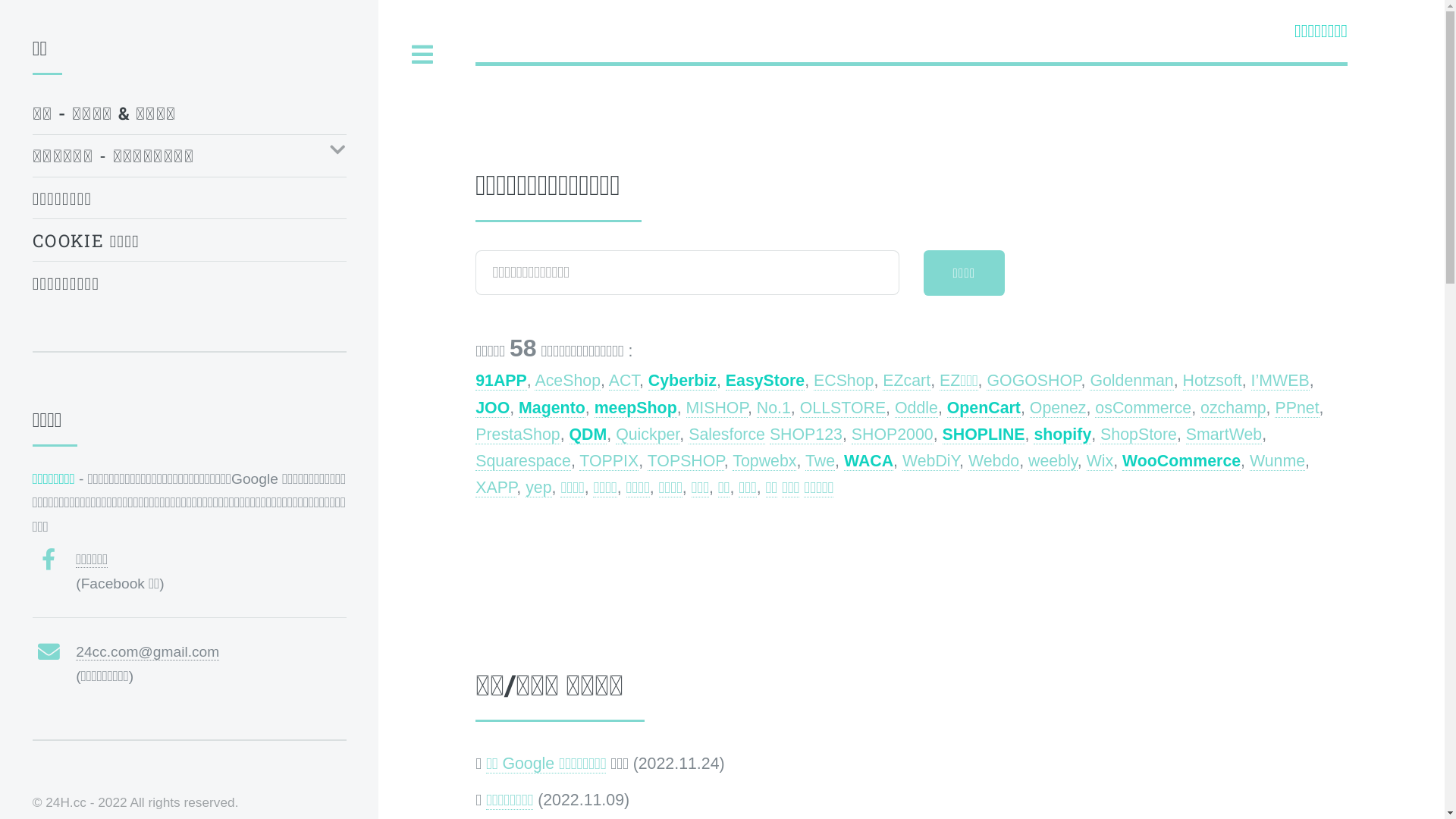 The image size is (1456, 819). Describe the element at coordinates (764, 380) in the screenshot. I see `'EasyStore'` at that location.